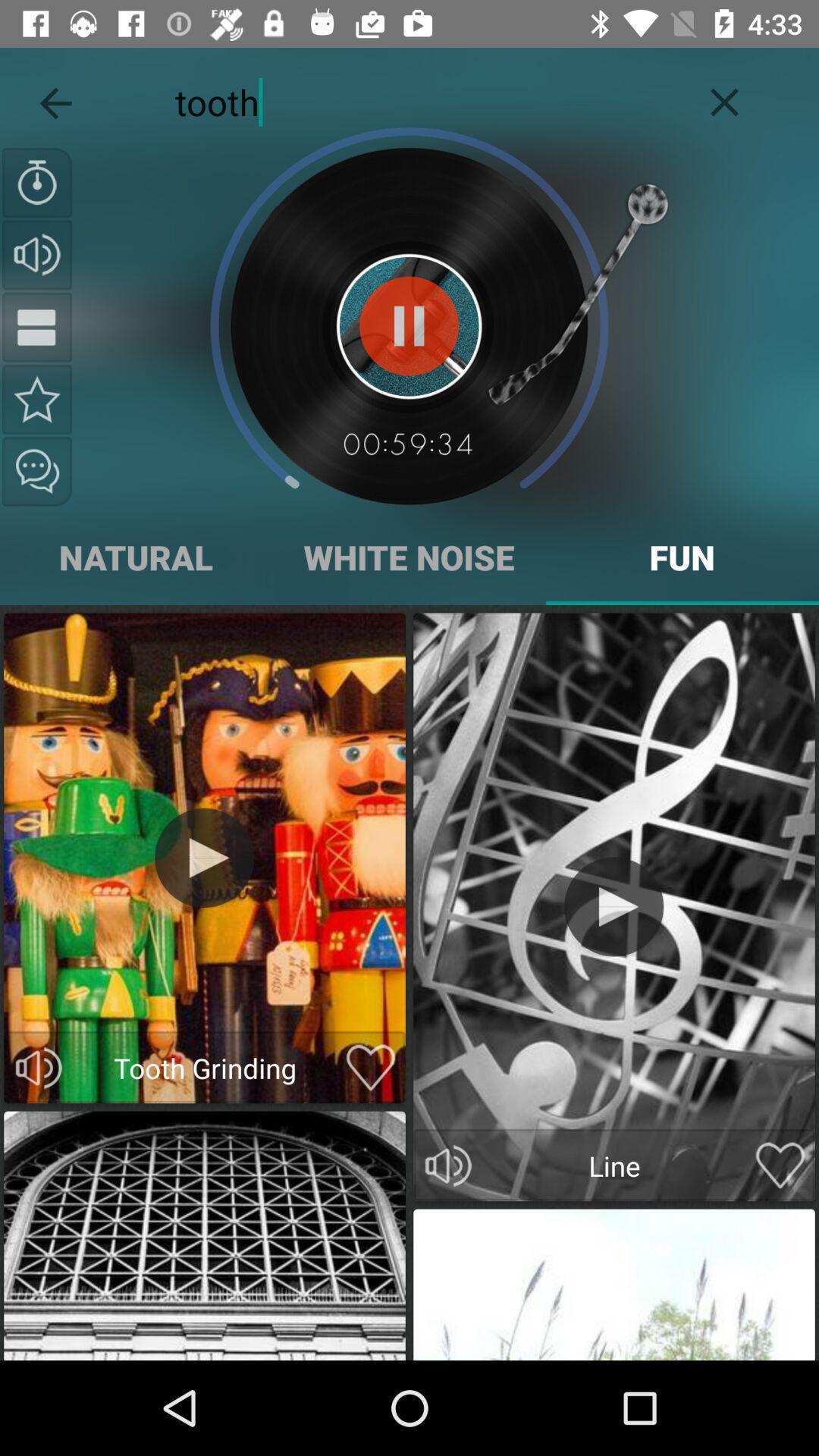  Describe the element at coordinates (36, 326) in the screenshot. I see `pause song` at that location.